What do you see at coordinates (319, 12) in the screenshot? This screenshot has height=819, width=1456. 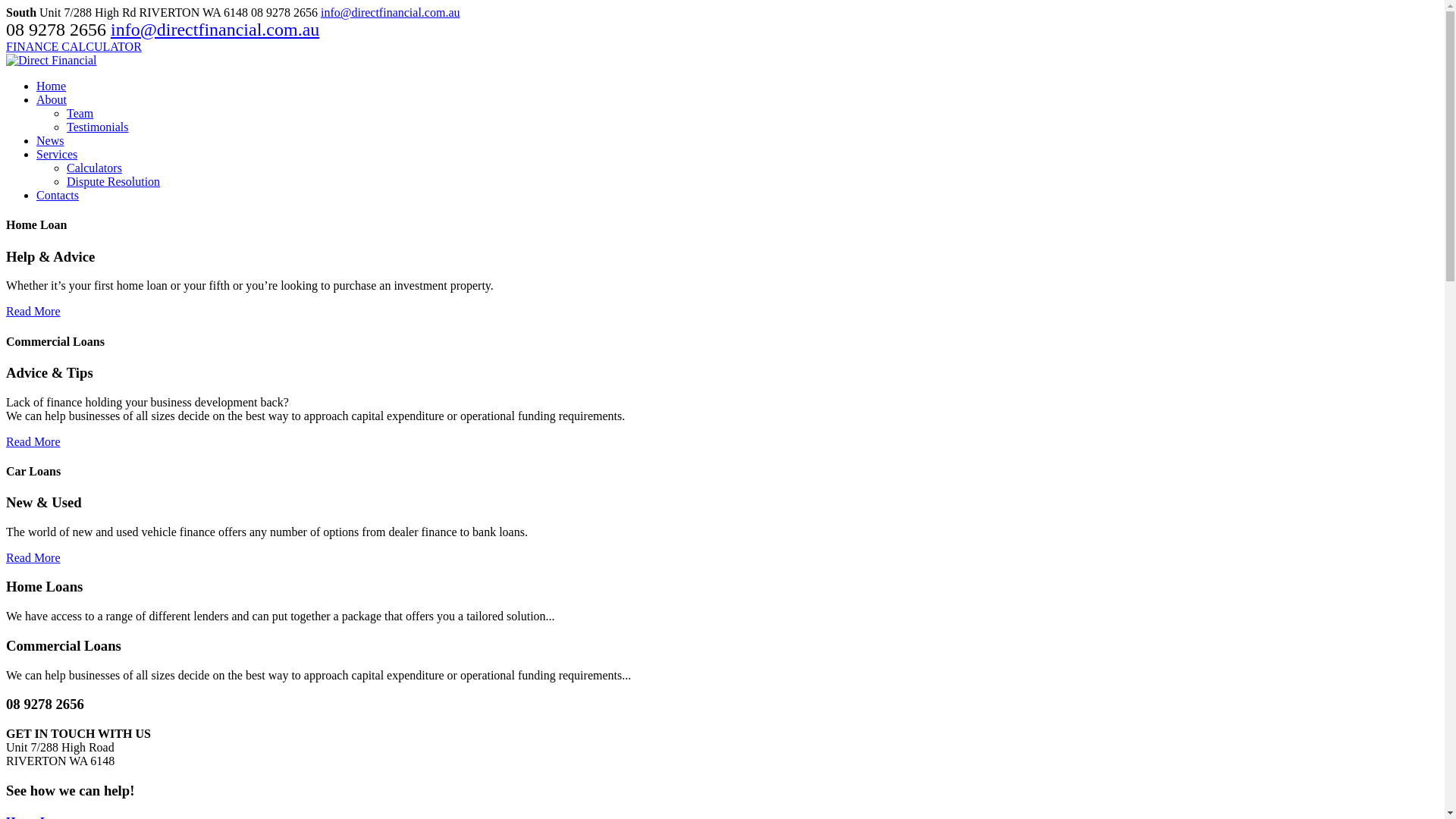 I see `'info@directfinancial.com.au'` at bounding box center [319, 12].